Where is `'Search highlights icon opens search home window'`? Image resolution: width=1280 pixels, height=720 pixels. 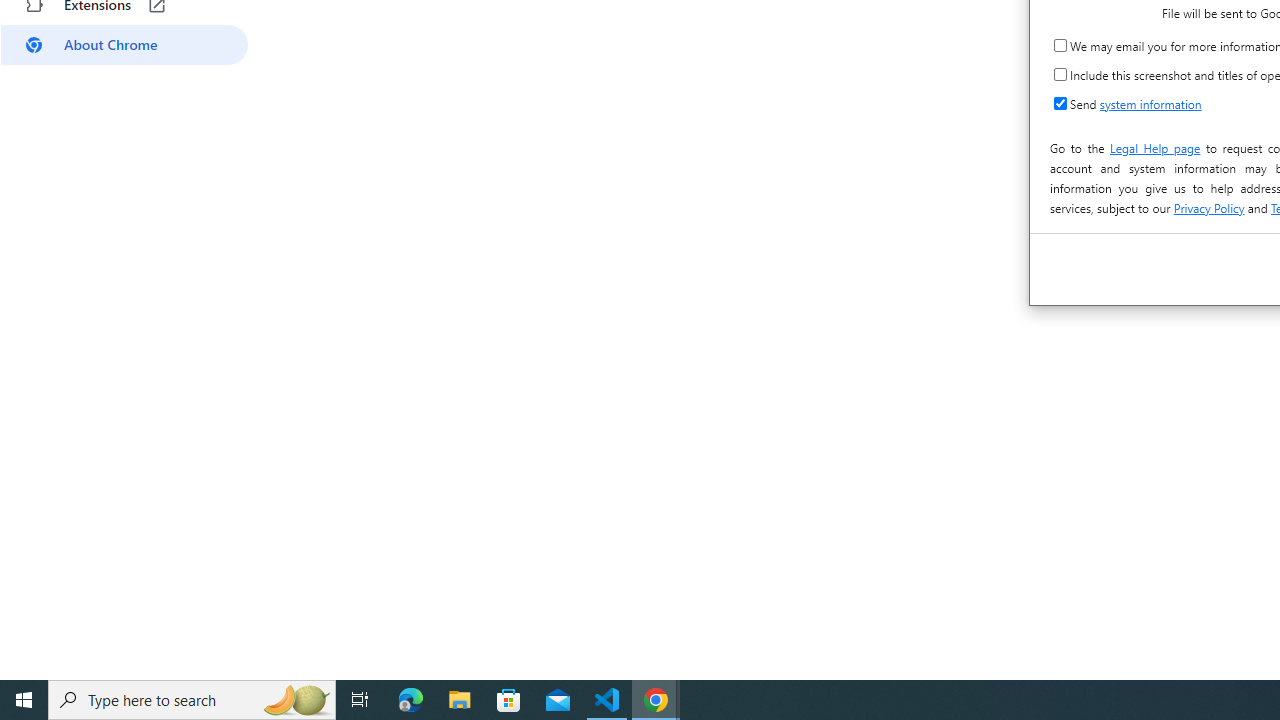 'Search highlights icon opens search home window' is located at coordinates (294, 698).